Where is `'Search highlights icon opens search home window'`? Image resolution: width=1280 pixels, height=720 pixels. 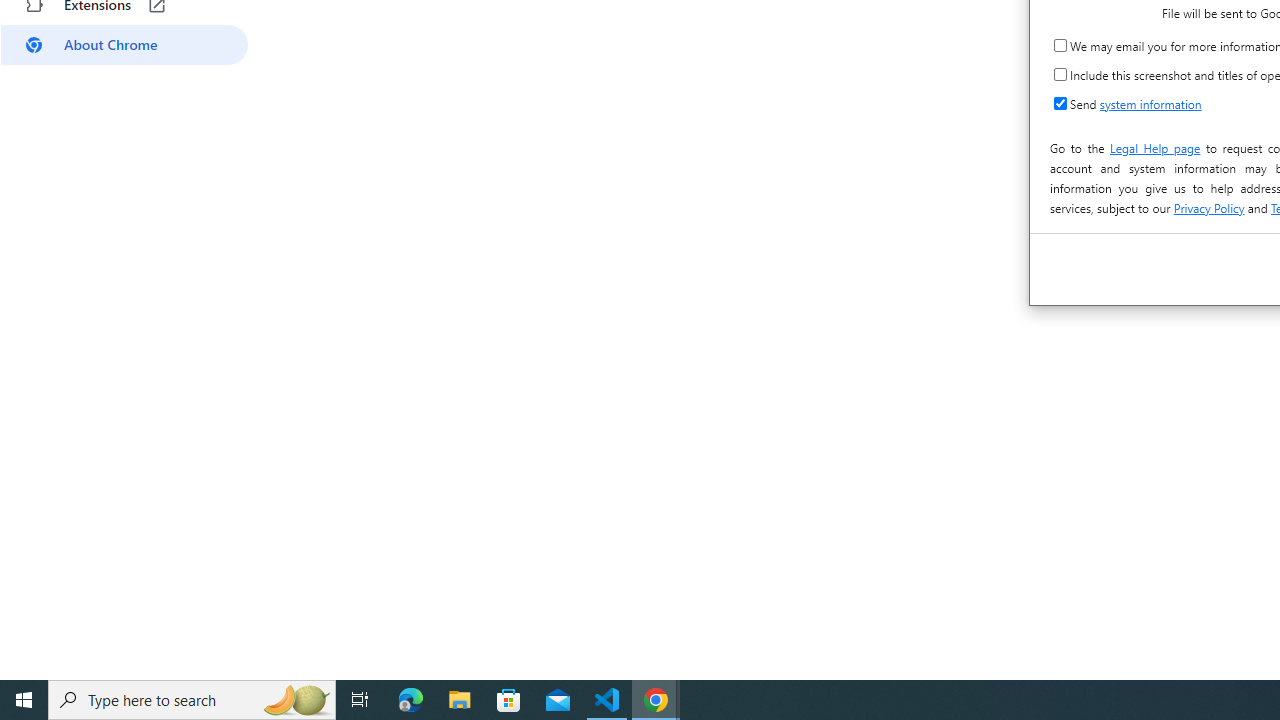 'Search highlights icon opens search home window' is located at coordinates (294, 698).